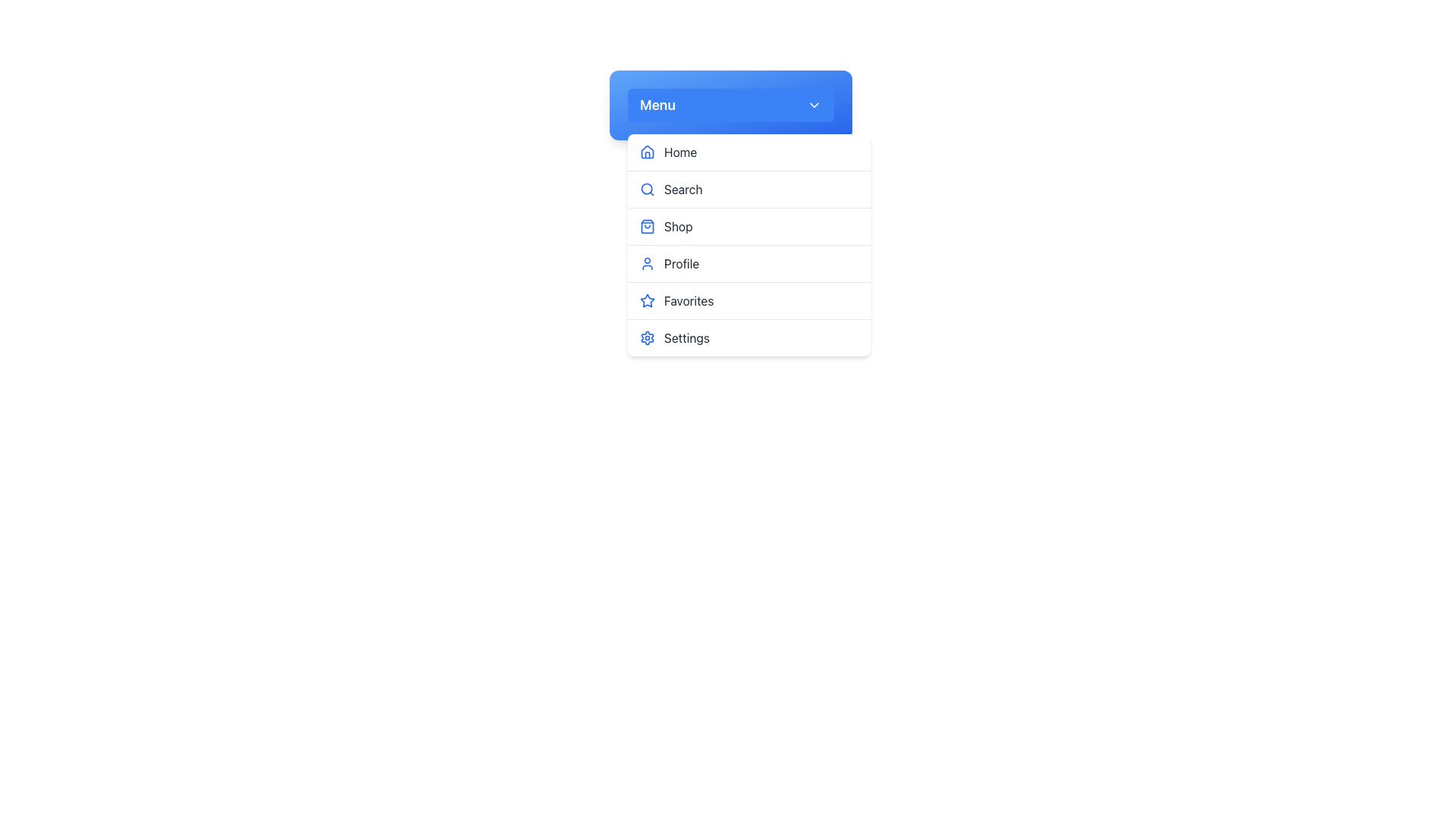  What do you see at coordinates (648, 262) in the screenshot?
I see `the user profile icon, which is a blue outline of a person within a circular border, located in the fourth row of the dropdown menu under 'Menu', next to the 'Profile' label` at bounding box center [648, 262].